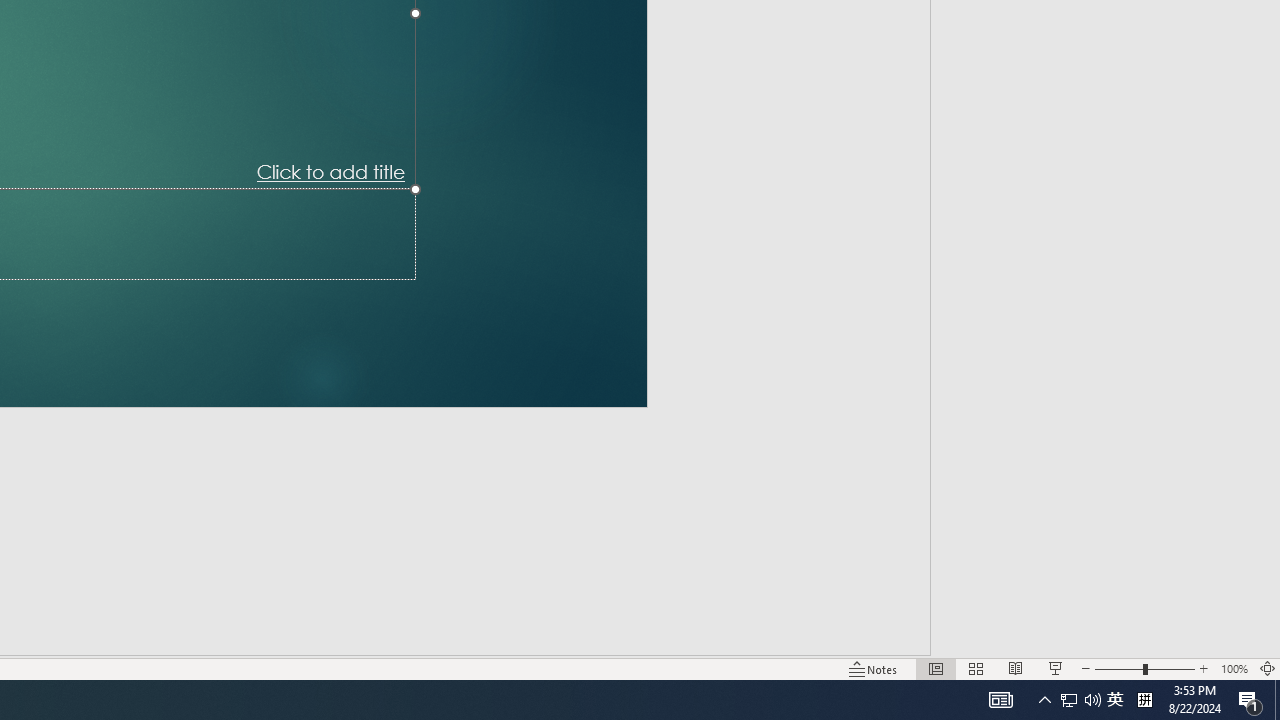 The image size is (1280, 720). What do you see at coordinates (1233, 669) in the screenshot?
I see `'Zoom 100%'` at bounding box center [1233, 669].